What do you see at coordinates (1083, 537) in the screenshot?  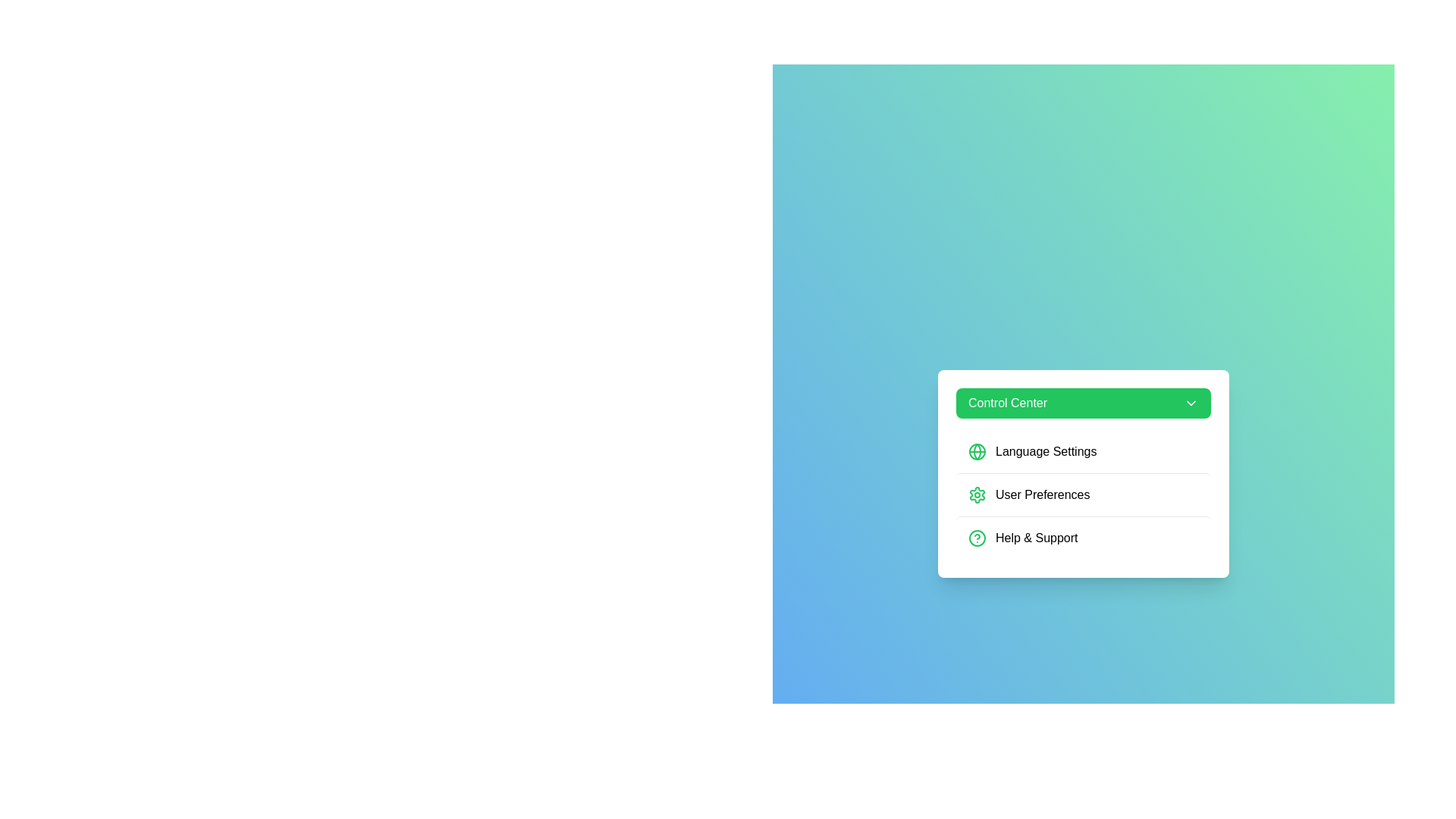 I see `the 'Help & Support' option in the menu` at bounding box center [1083, 537].